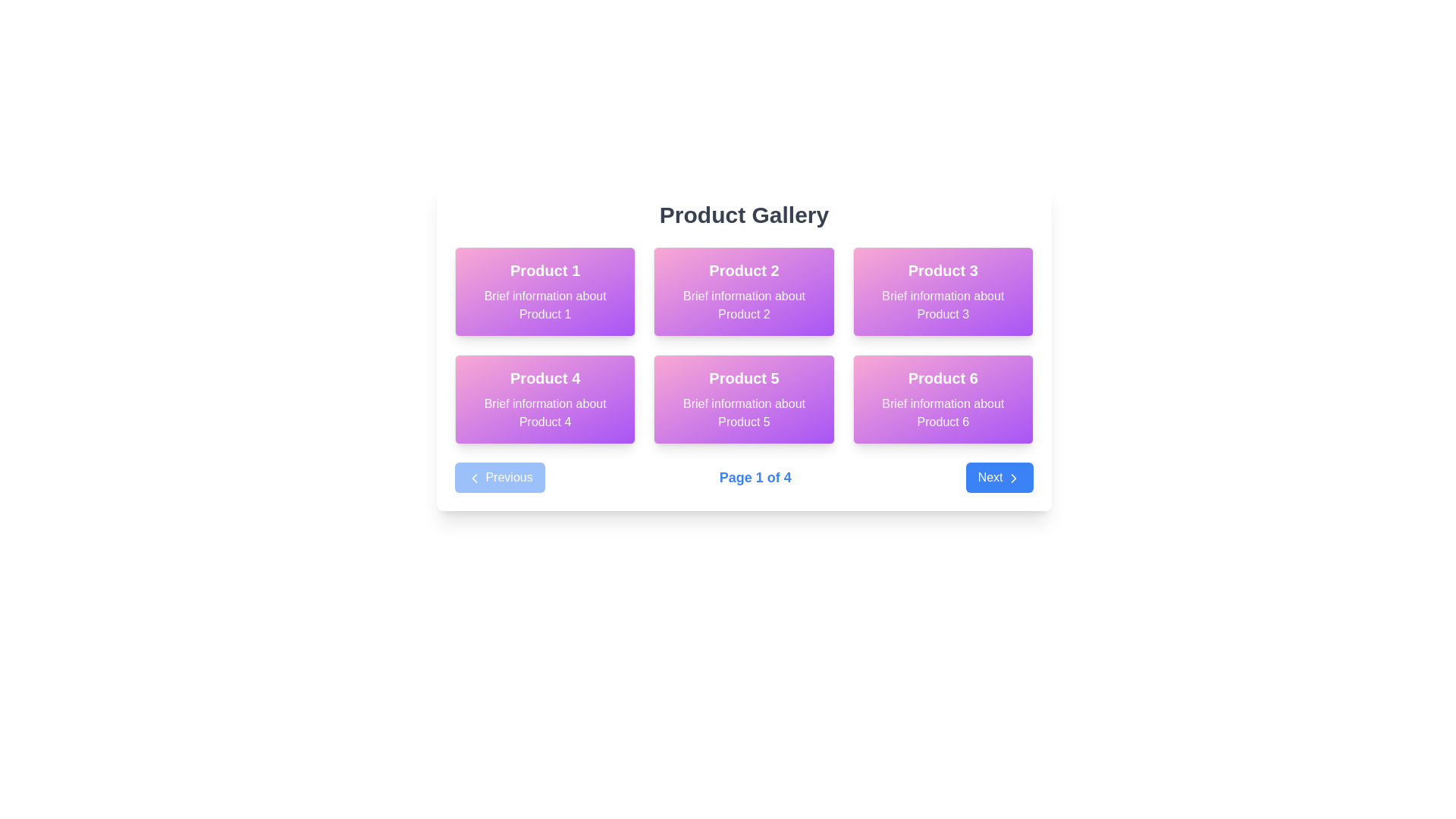 The width and height of the screenshot is (1456, 819). I want to click on text label that displays 'Brief information about Product 6' on a gradient purple background, located in the bottom-right cell of a grid layout, so click(942, 413).